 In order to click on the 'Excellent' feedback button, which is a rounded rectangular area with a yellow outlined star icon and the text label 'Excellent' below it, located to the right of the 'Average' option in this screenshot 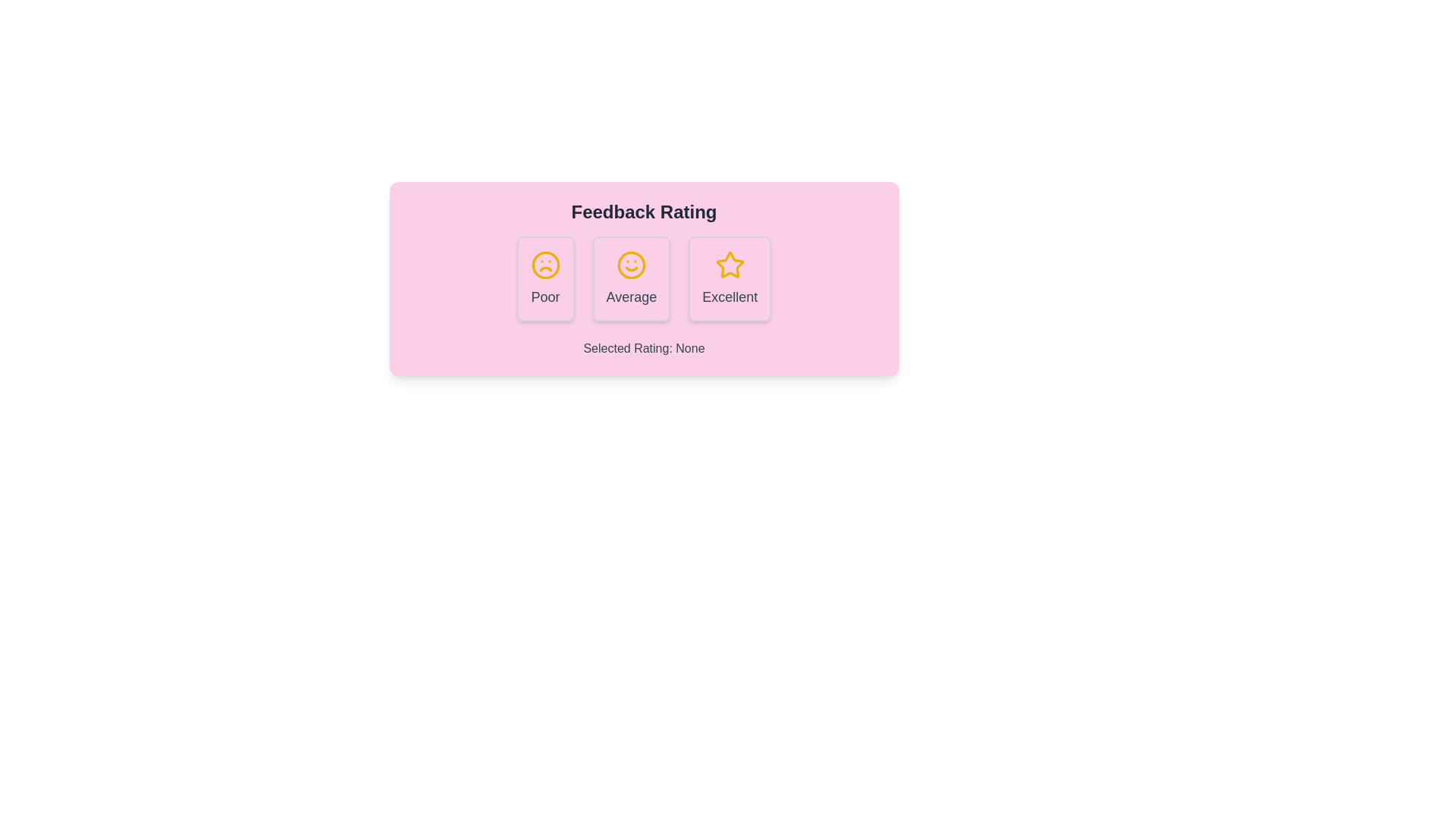, I will do `click(730, 278)`.